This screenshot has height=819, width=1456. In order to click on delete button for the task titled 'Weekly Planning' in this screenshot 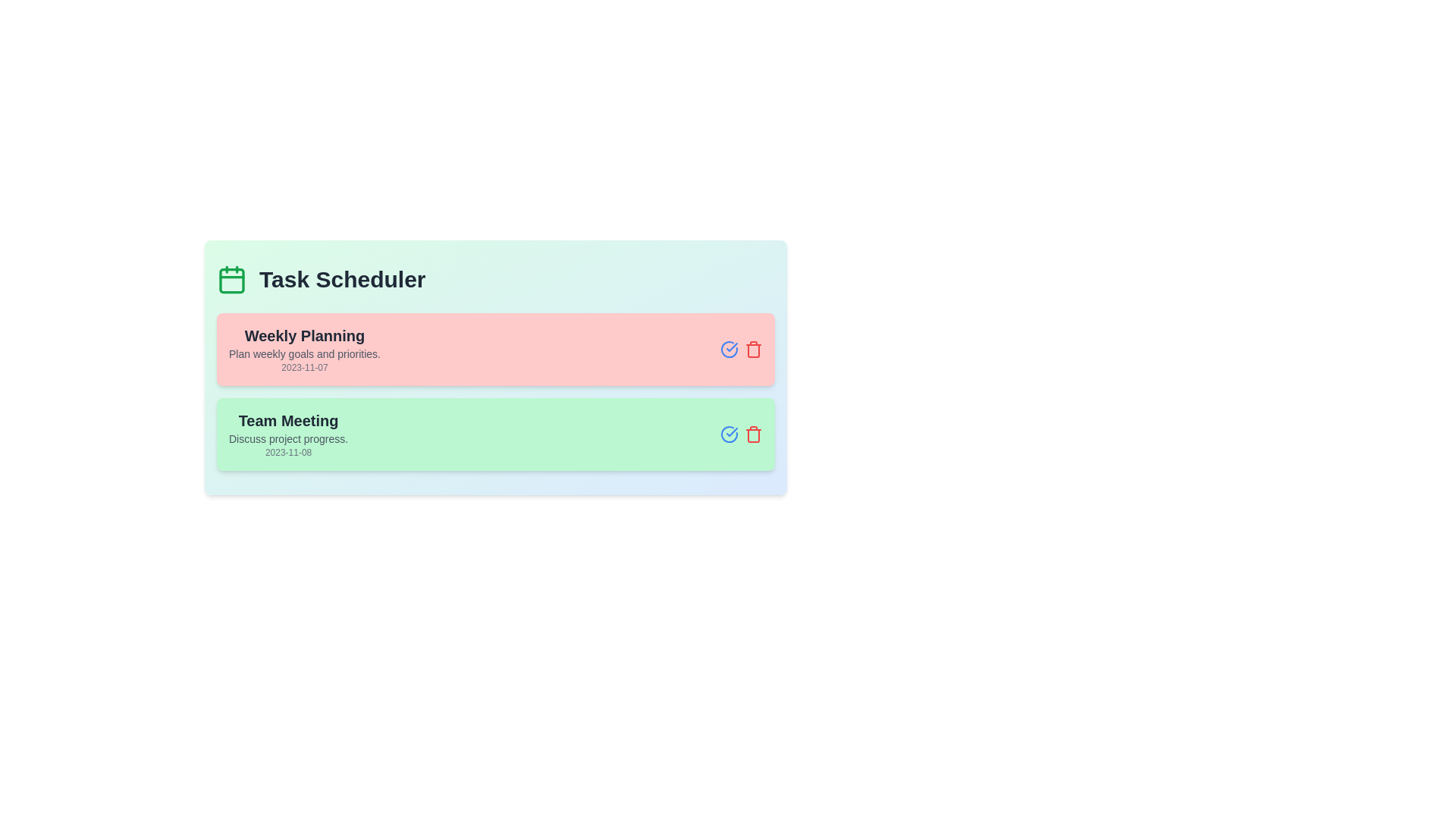, I will do `click(753, 350)`.